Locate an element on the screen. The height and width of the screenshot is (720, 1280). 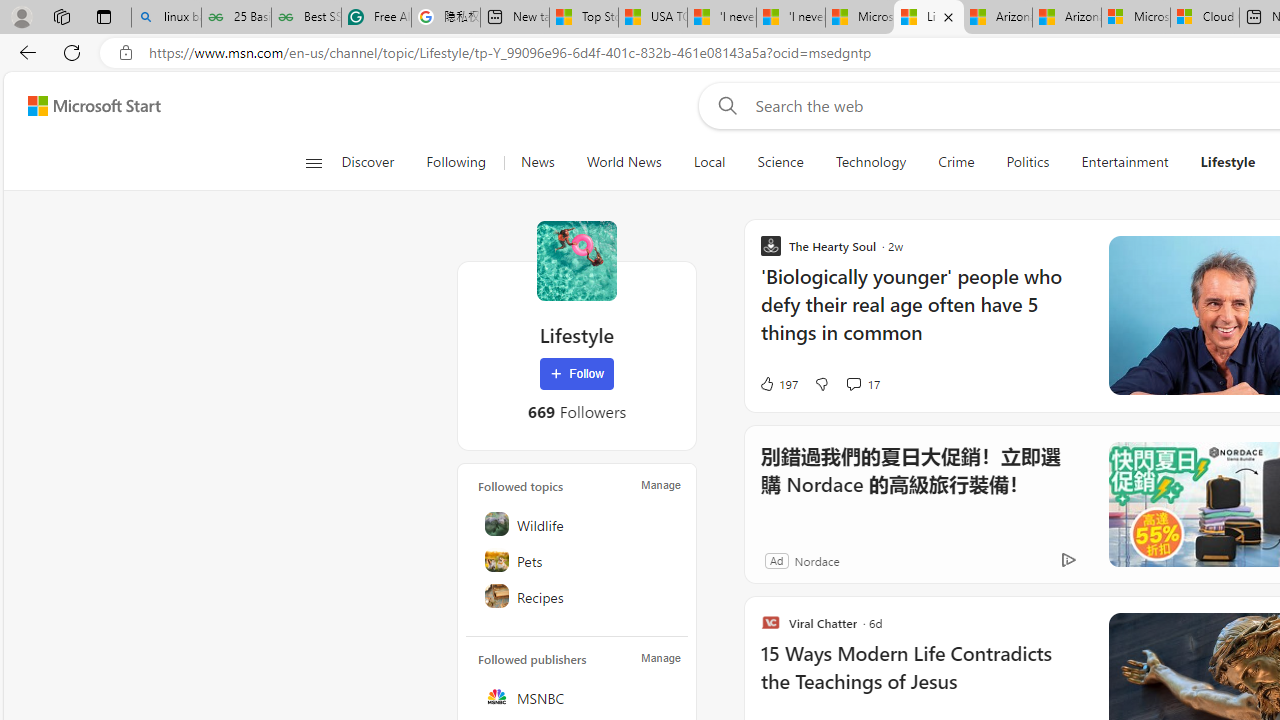
'linux basic - Search' is located at coordinates (166, 17).